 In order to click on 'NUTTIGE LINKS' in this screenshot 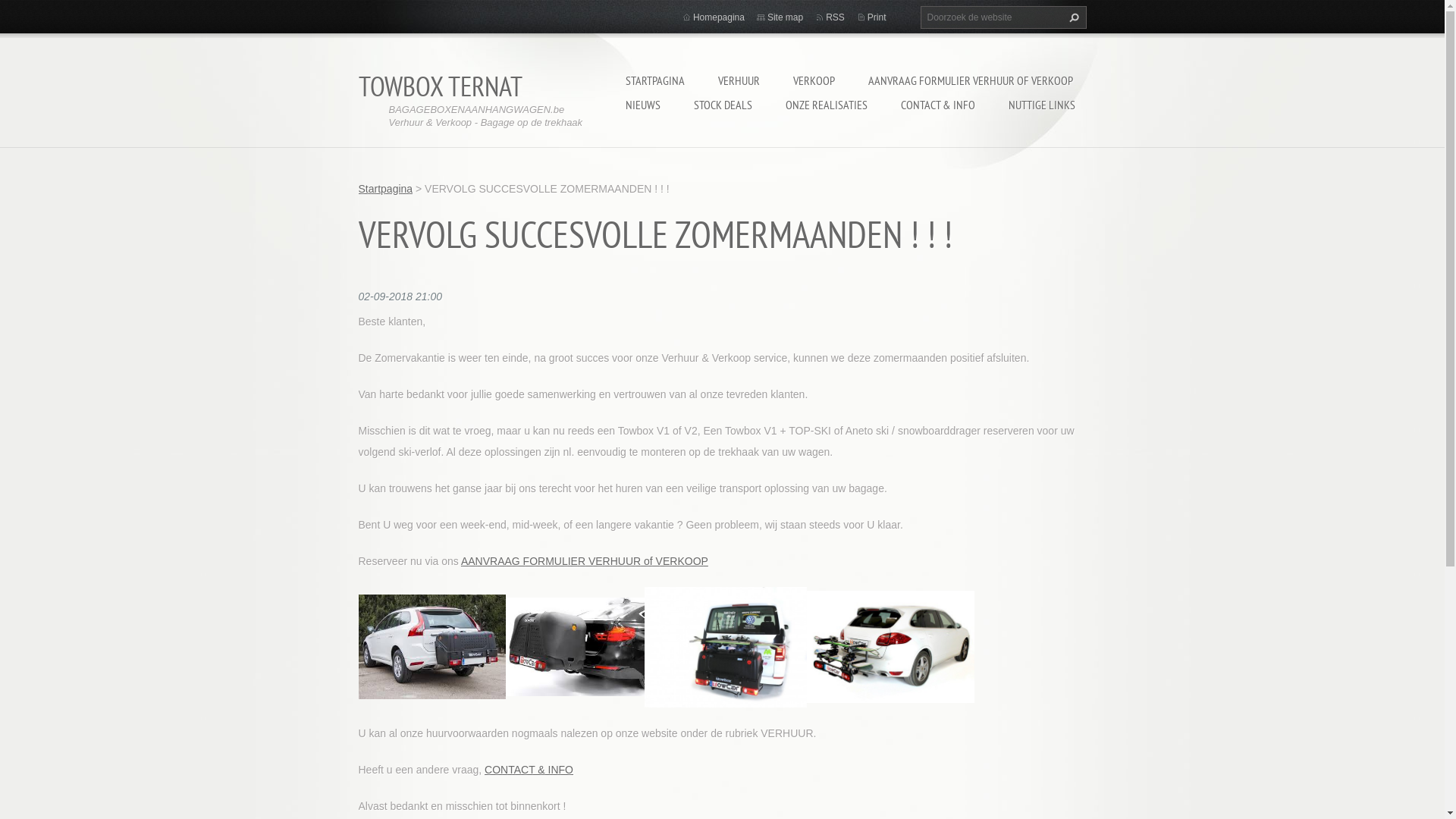, I will do `click(999, 104)`.